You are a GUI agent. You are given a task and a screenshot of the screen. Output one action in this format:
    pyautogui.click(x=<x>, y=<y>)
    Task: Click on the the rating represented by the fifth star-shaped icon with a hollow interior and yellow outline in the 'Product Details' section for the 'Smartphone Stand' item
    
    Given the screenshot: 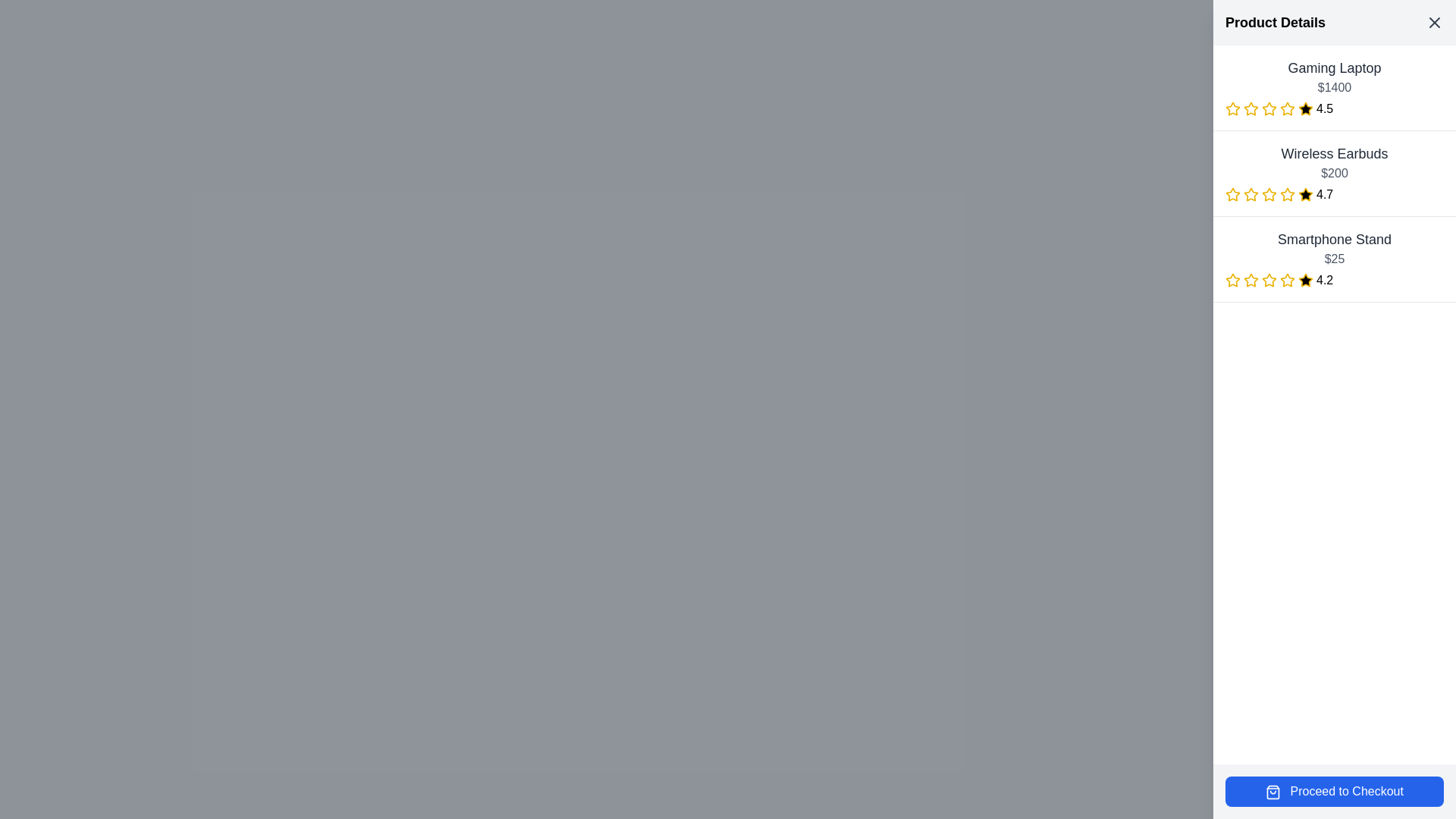 What is the action you would take?
    pyautogui.click(x=1269, y=281)
    